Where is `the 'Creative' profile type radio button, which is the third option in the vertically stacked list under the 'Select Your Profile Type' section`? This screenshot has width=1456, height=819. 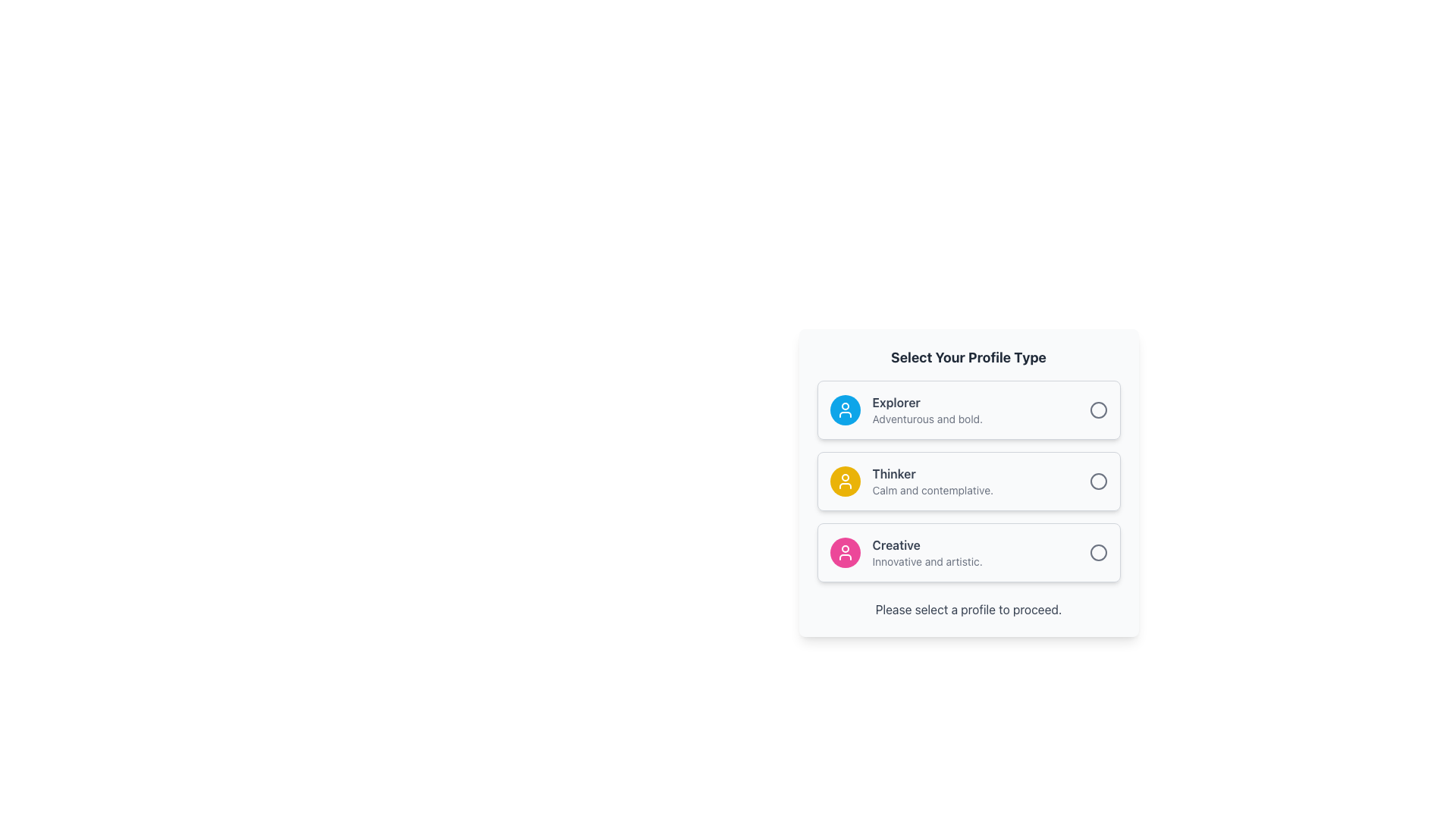 the 'Creative' profile type radio button, which is the third option in the vertically stacked list under the 'Select Your Profile Type' section is located at coordinates (968, 553).